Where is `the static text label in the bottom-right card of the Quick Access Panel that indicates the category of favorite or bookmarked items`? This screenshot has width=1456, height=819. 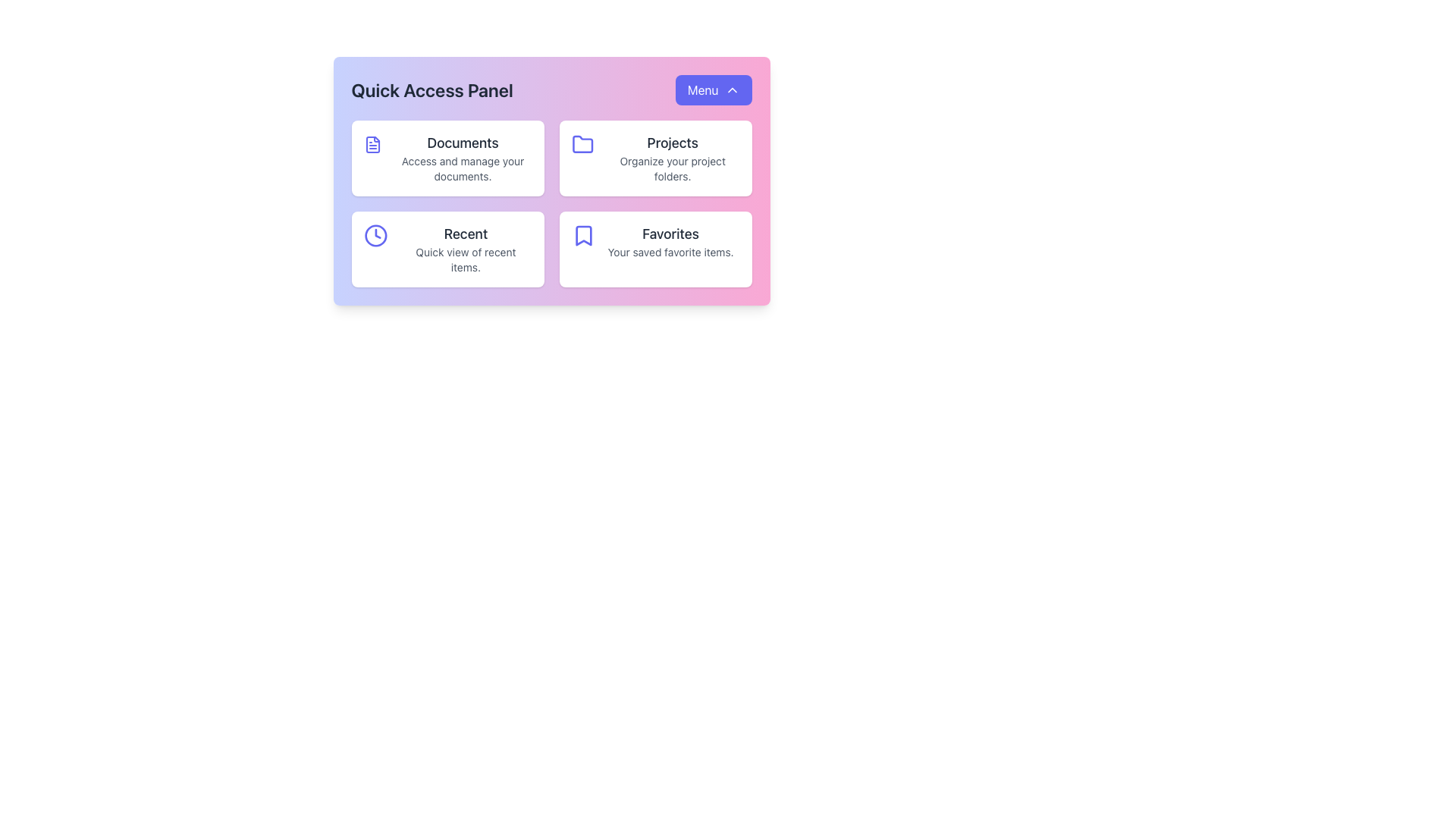
the static text label in the bottom-right card of the Quick Access Panel that indicates the category of favorite or bookmarked items is located at coordinates (670, 234).